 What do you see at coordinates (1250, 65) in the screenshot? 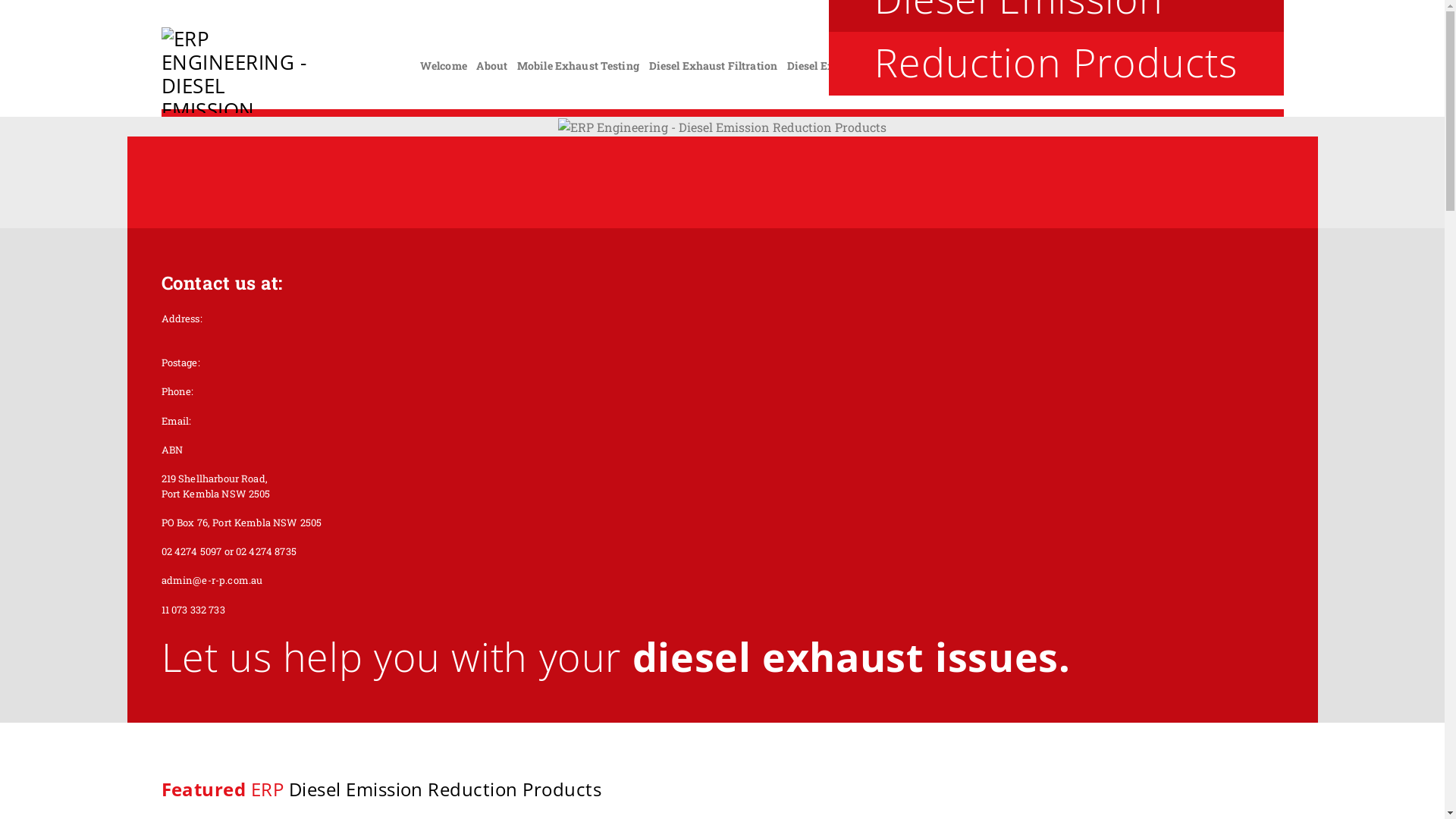
I see `'Contact Us'` at bounding box center [1250, 65].